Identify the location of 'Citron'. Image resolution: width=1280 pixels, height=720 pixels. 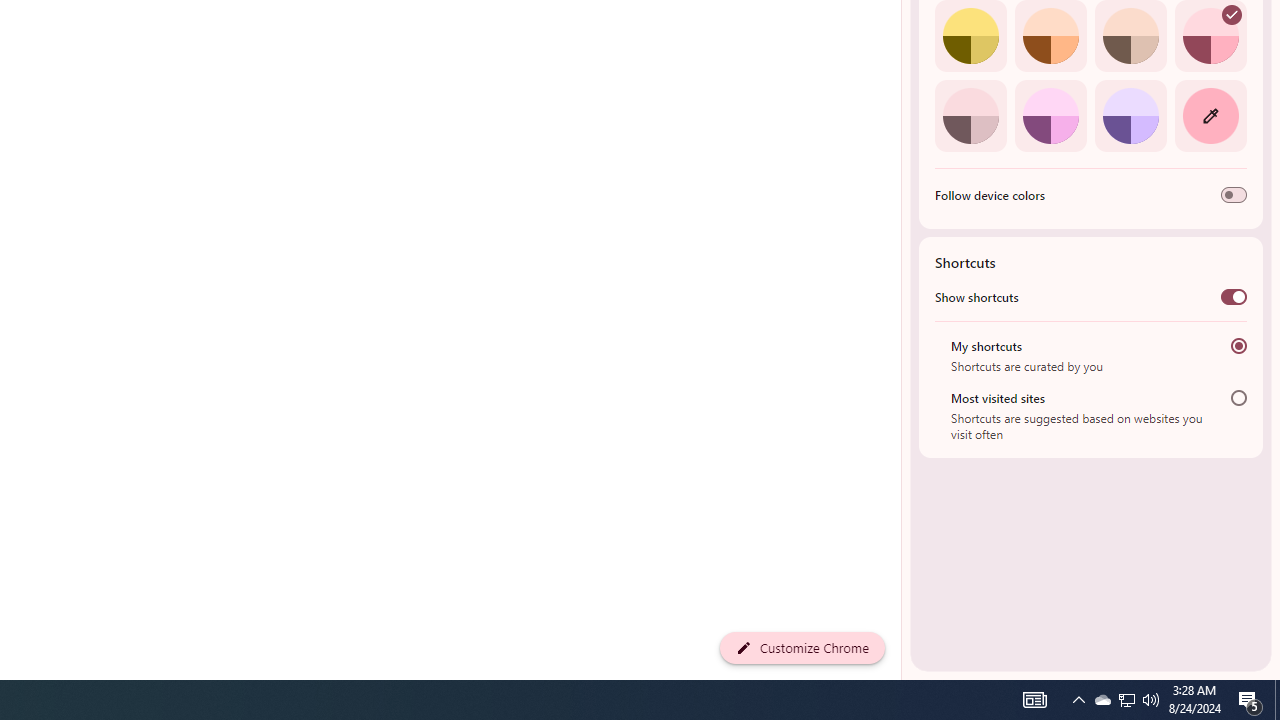
(970, 36).